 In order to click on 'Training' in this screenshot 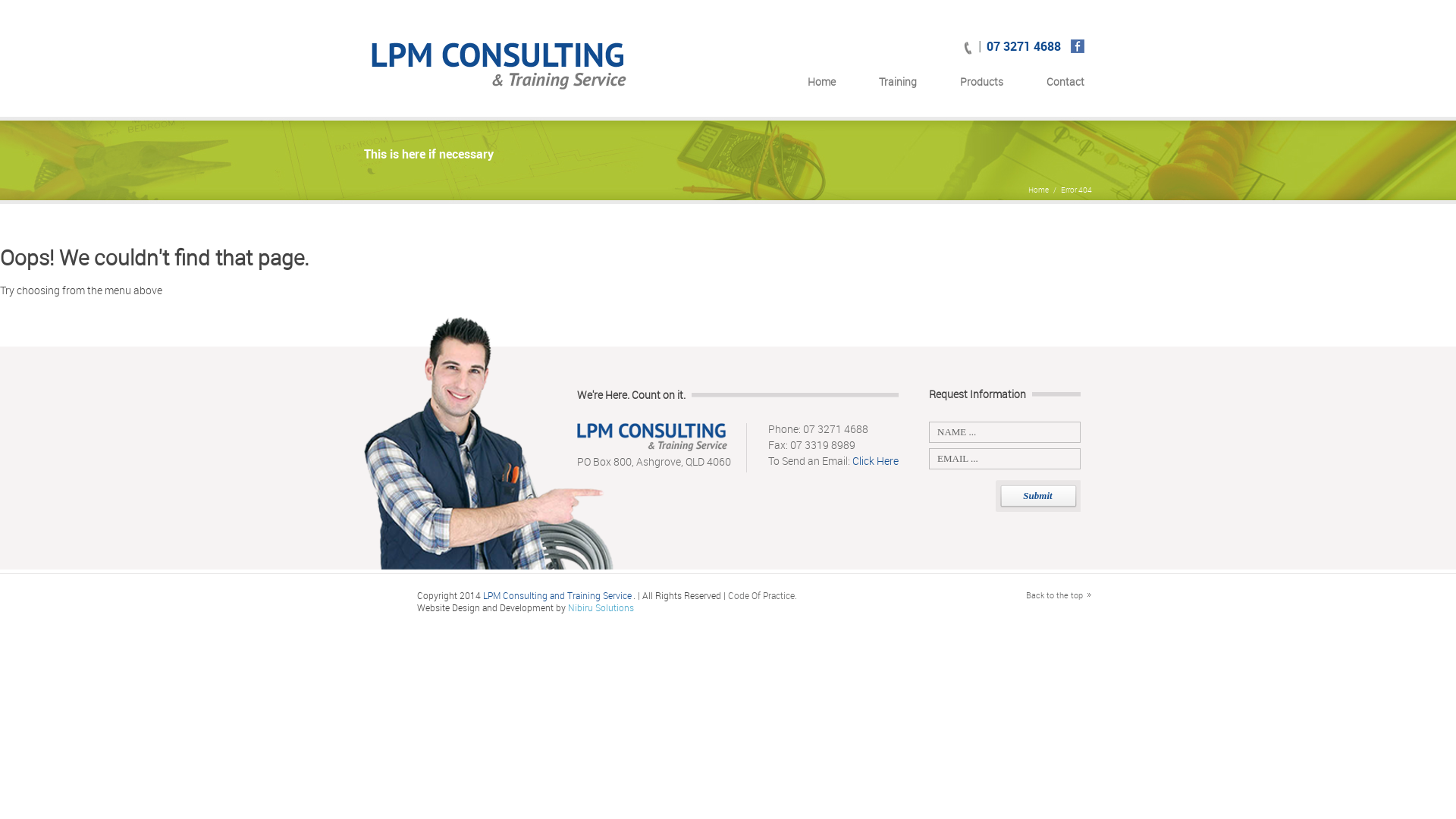, I will do `click(898, 85)`.